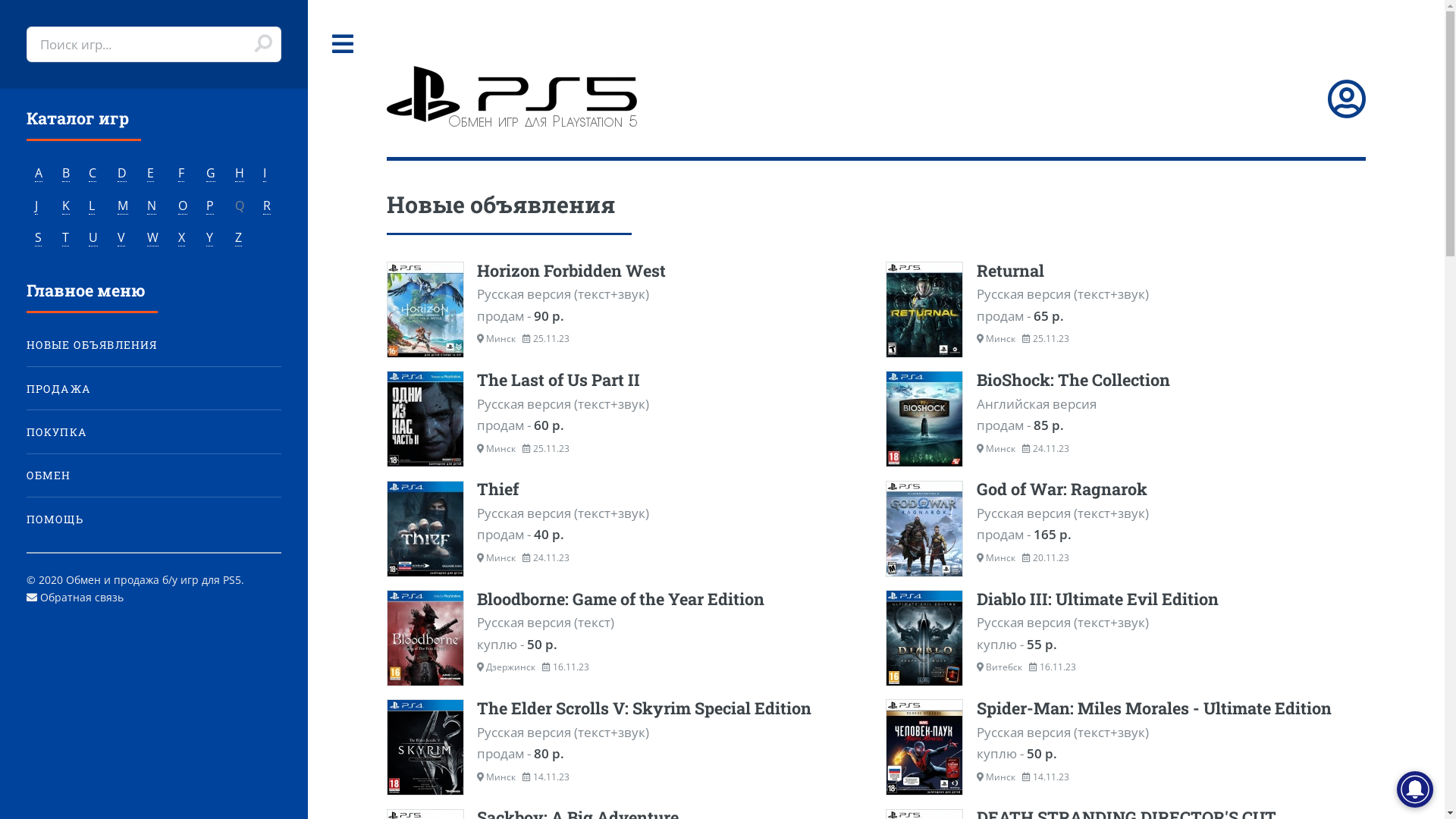  Describe the element at coordinates (146, 206) in the screenshot. I see `'N'` at that location.